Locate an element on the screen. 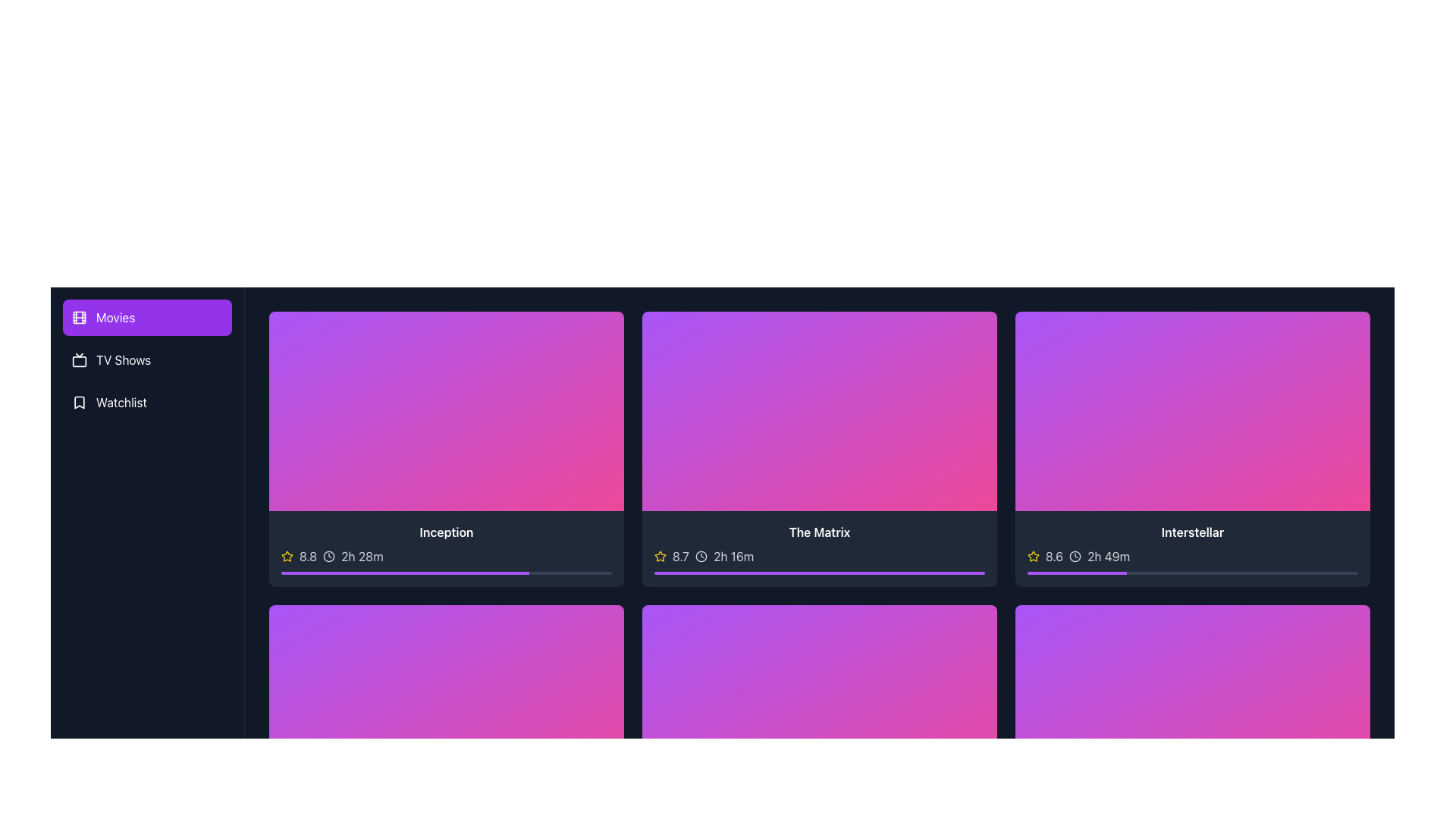  the progress bar element located beneath the movie title 'Inception', which is styled with a gray background and contains a purple bar filling 75% of its width is located at coordinates (446, 573).